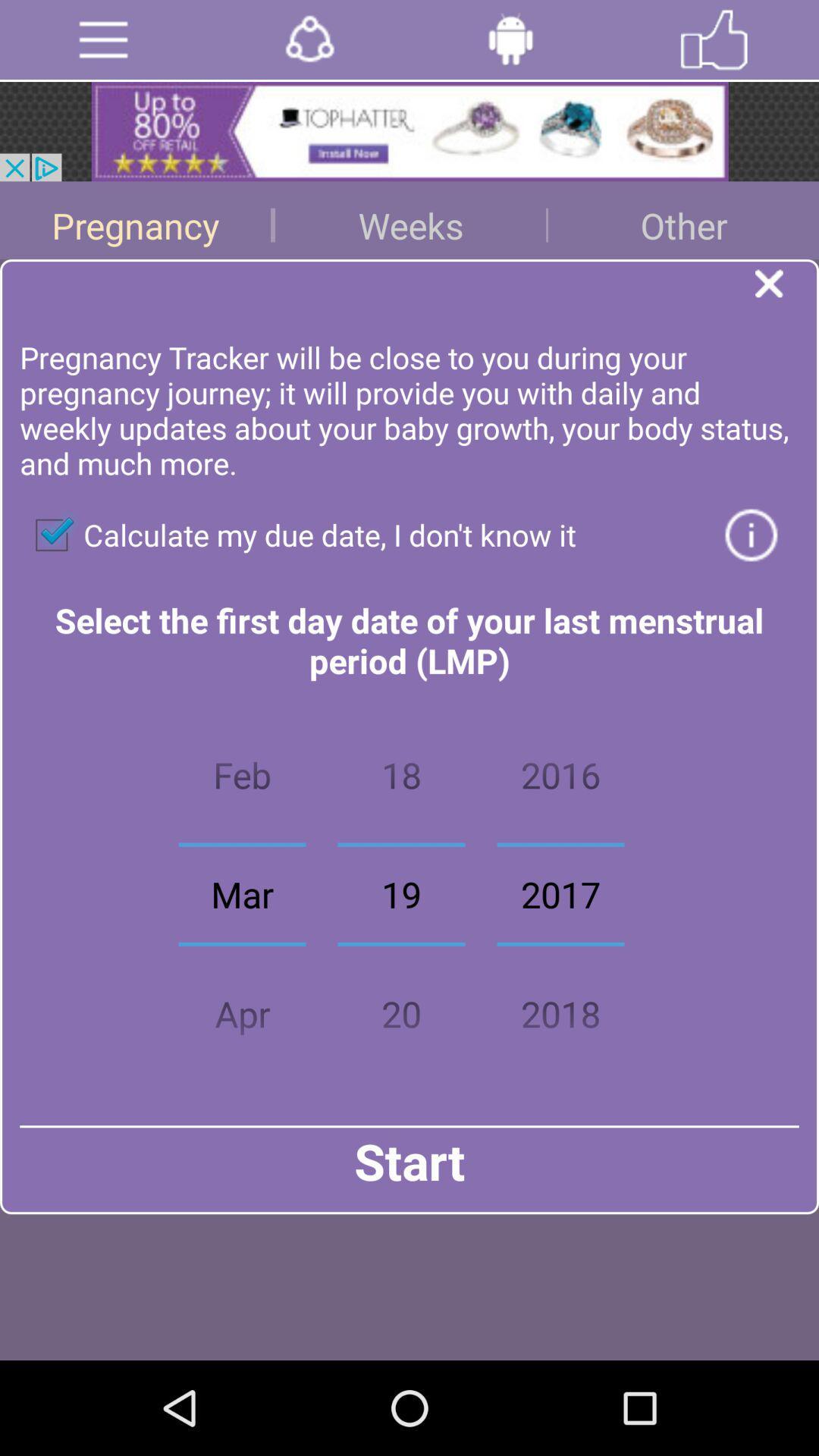 Image resolution: width=819 pixels, height=1456 pixels. What do you see at coordinates (751, 572) in the screenshot?
I see `the info icon` at bounding box center [751, 572].